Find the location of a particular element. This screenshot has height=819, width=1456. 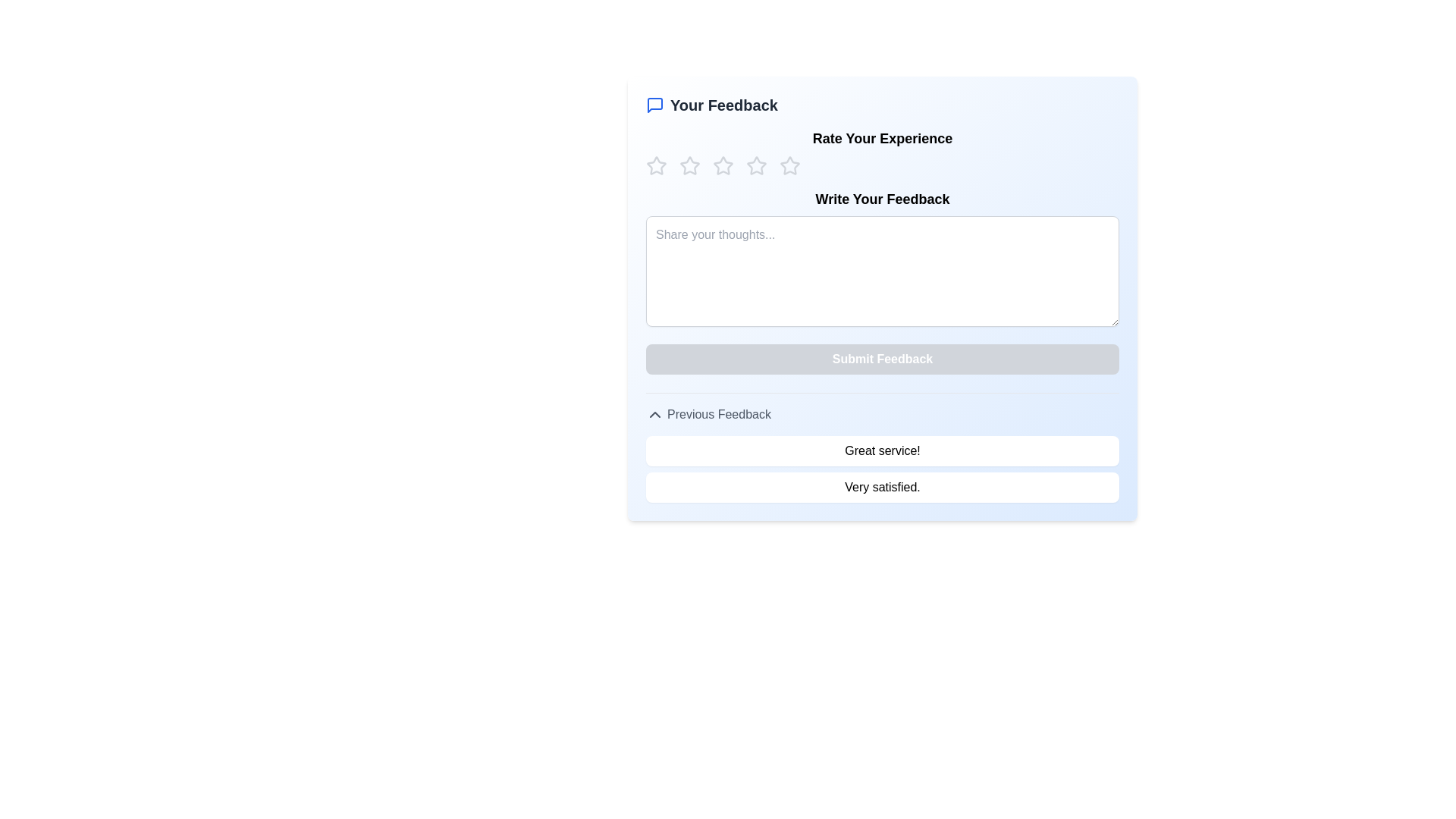

the upward-pointing chevron icon located next to the 'Previous Feedback' text is located at coordinates (655, 415).